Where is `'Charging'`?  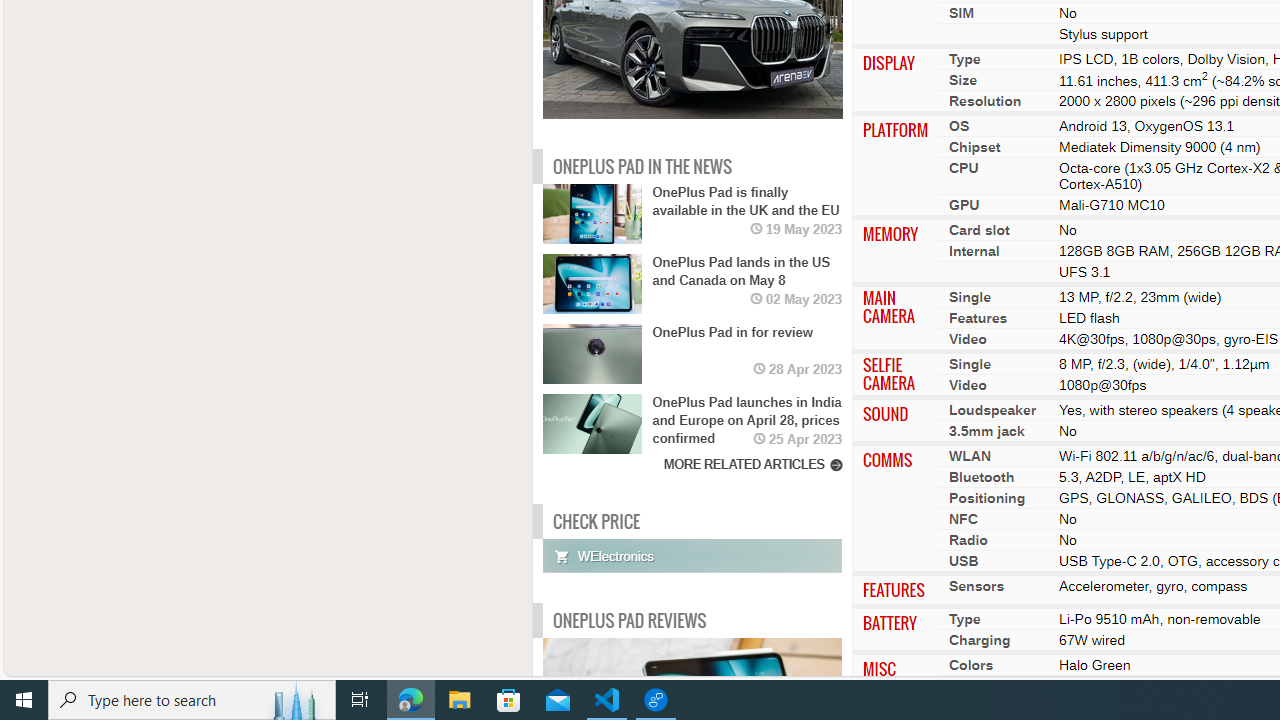 'Charging' is located at coordinates (979, 640).